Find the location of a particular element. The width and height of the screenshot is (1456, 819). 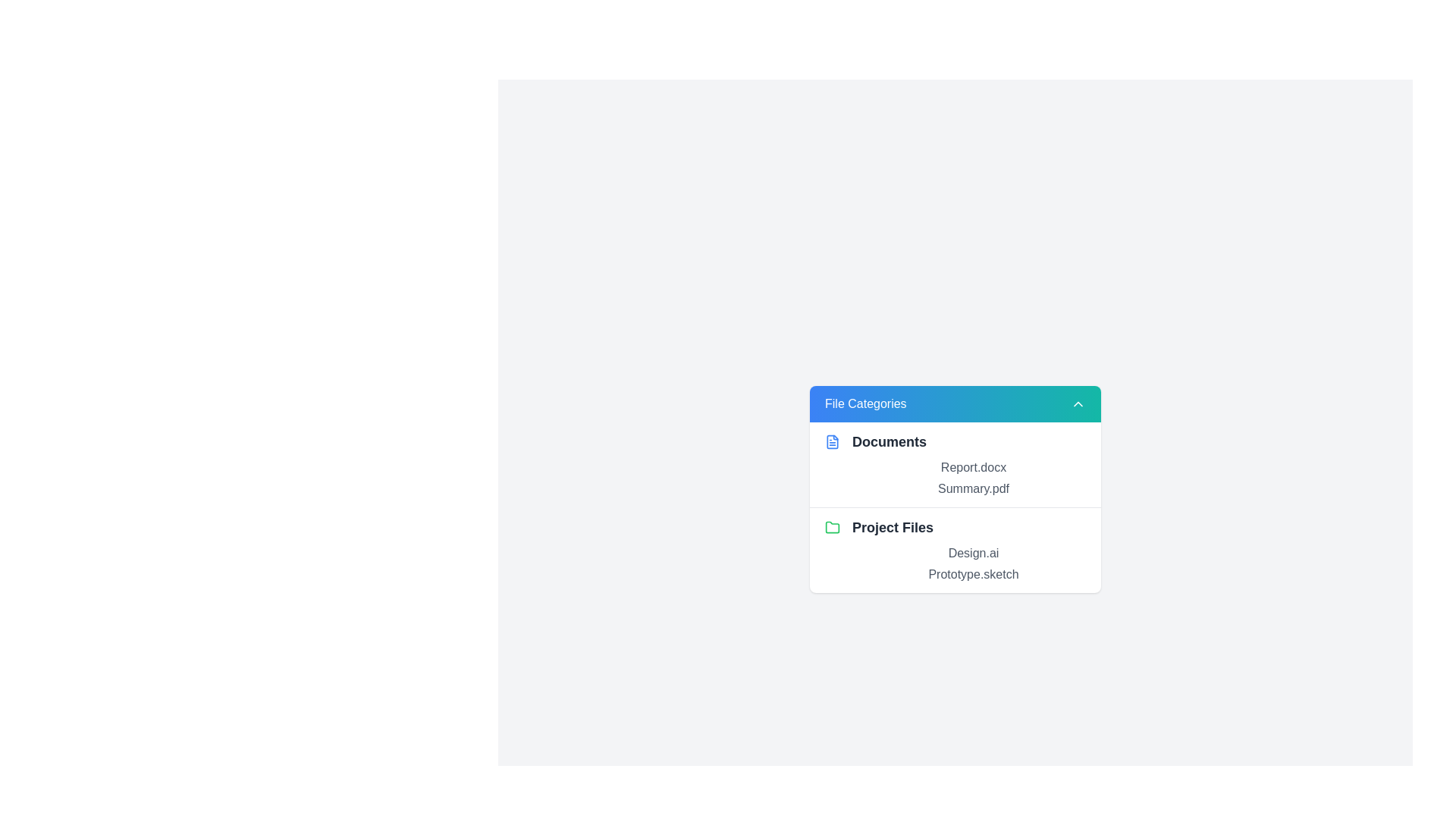

to select the file 'Design.ai', which is the first item under the 'Project Files' section in the list layout is located at coordinates (973, 553).